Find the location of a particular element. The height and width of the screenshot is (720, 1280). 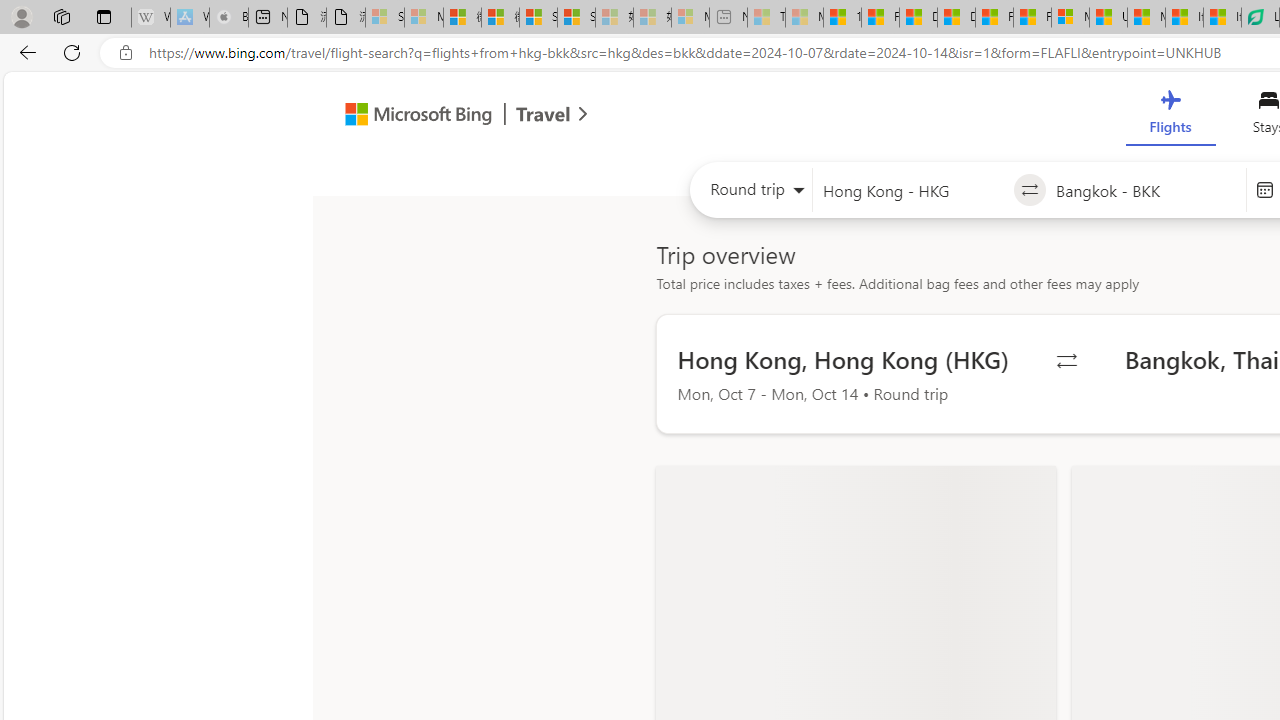

'US Heat Deaths Soared To Record High Last Year' is located at coordinates (1108, 17).